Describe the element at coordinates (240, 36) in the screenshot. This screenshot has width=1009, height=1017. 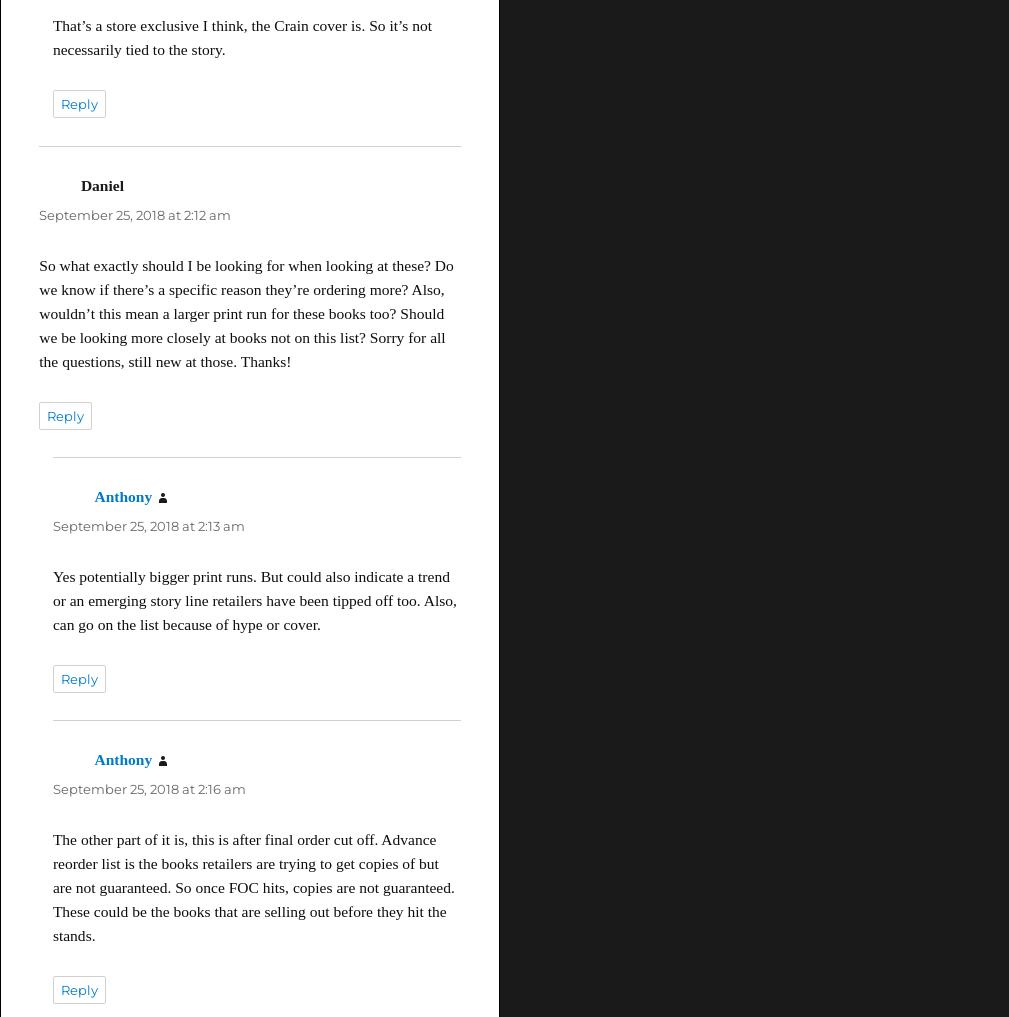
I see `'That’s a store exclusive I think, the Crain cover is. So it’s not necessarily tied to the story.'` at that location.